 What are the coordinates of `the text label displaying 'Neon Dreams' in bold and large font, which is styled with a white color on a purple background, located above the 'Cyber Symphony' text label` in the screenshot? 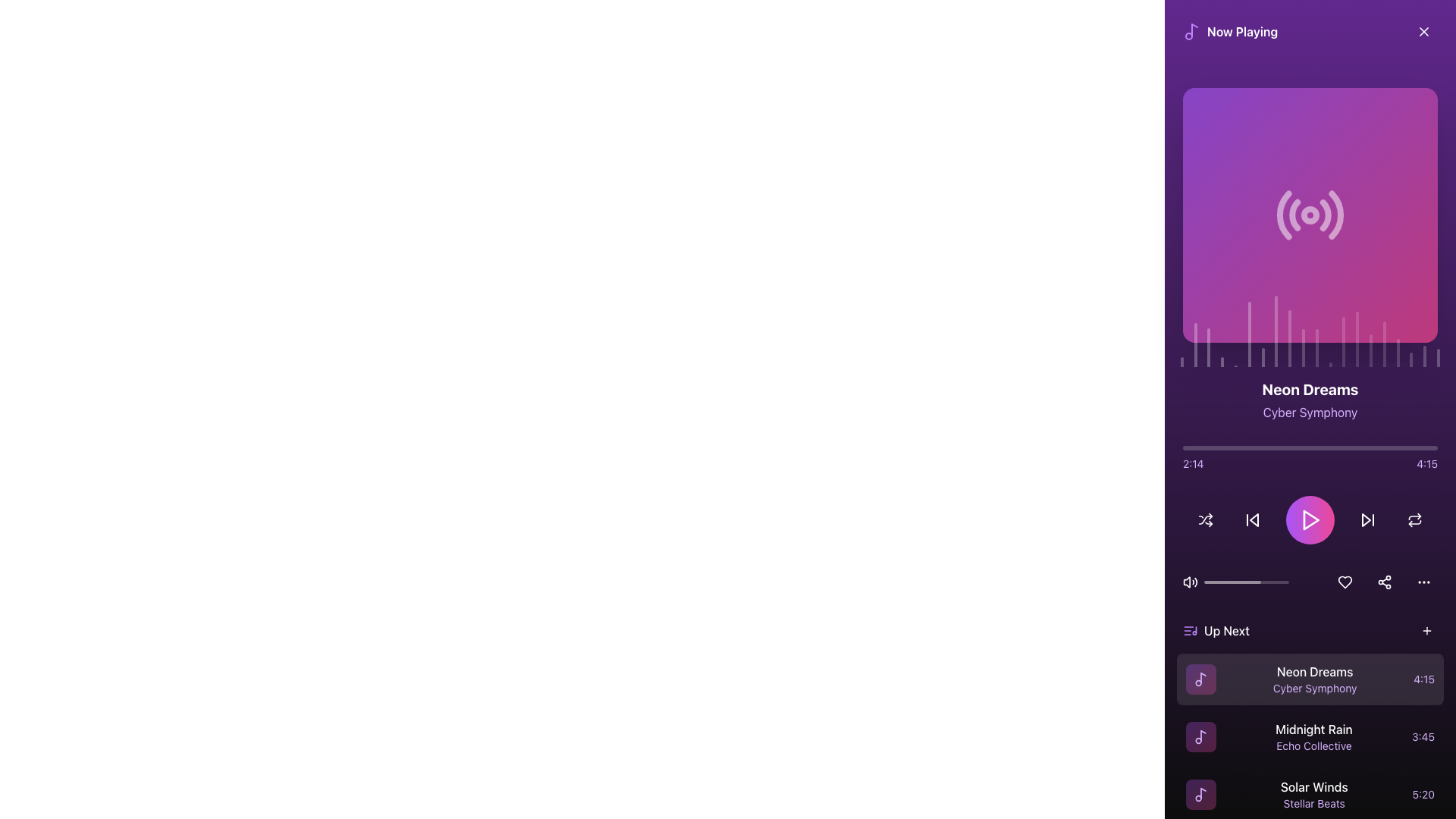 It's located at (1310, 388).